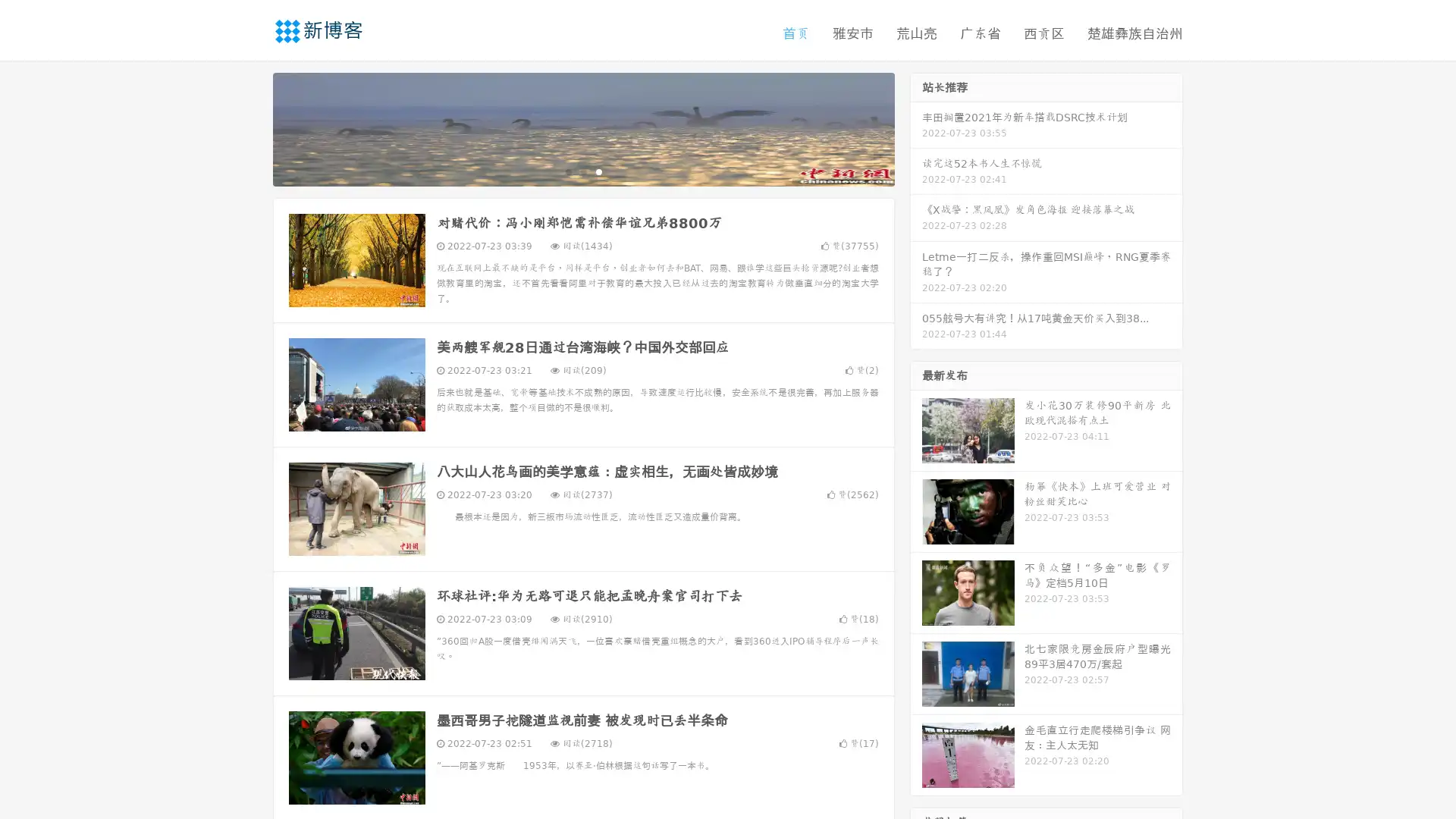  What do you see at coordinates (250, 127) in the screenshot?
I see `Previous slide` at bounding box center [250, 127].